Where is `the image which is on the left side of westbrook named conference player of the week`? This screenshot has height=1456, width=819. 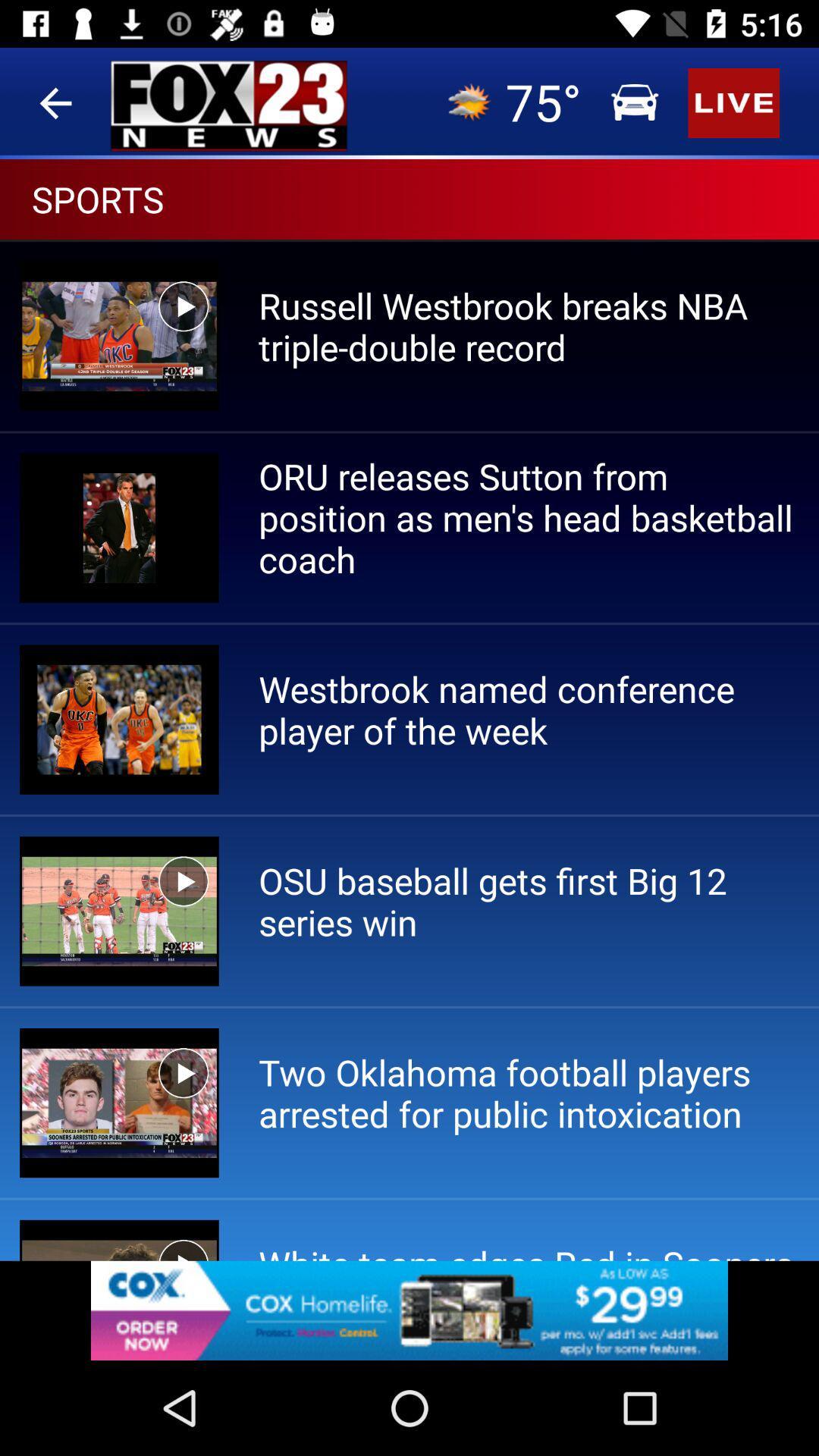 the image which is on the left side of westbrook named conference player of the week is located at coordinates (118, 719).